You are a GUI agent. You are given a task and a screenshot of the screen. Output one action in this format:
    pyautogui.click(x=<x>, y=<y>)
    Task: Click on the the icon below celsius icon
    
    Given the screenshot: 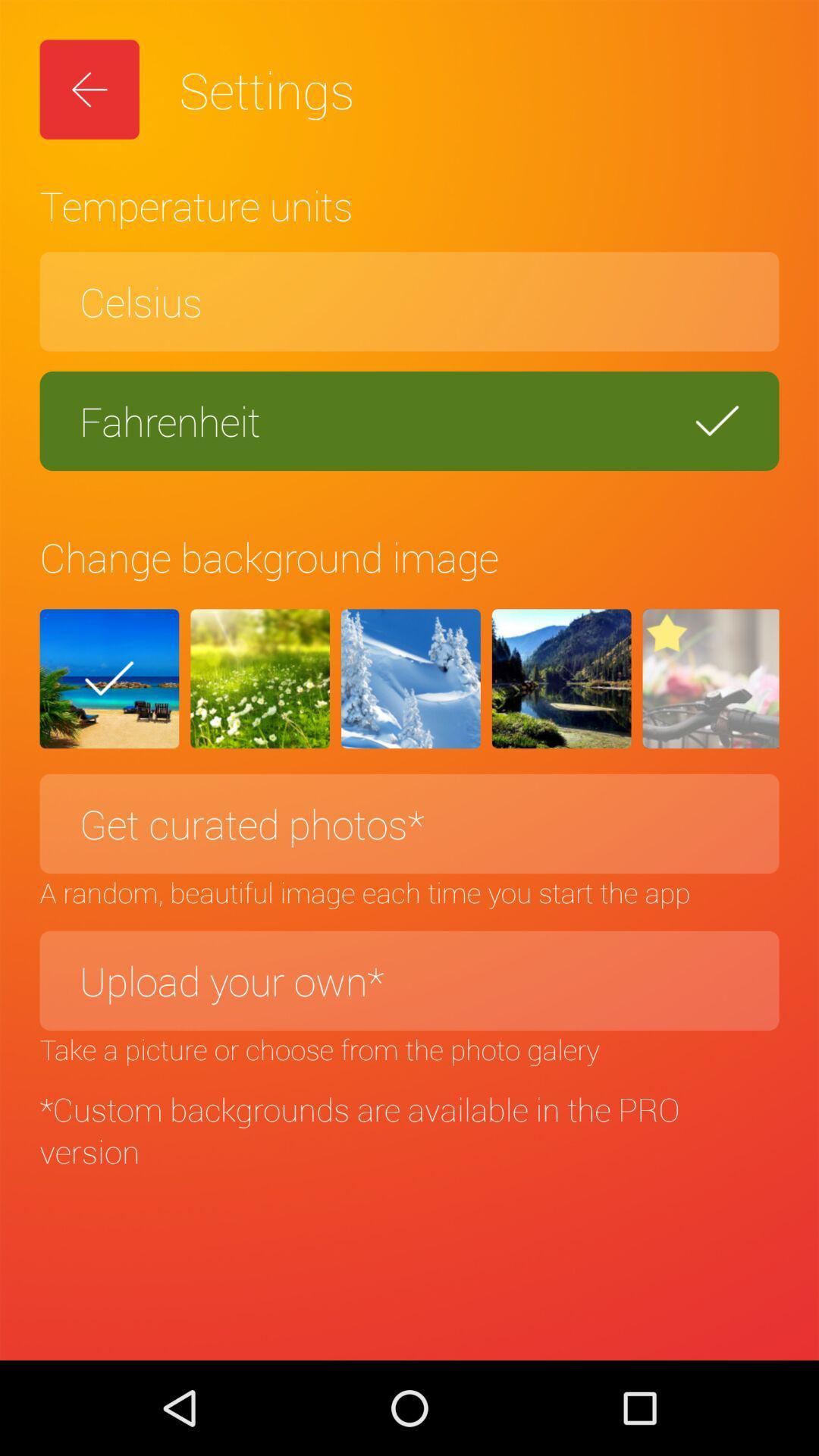 What is the action you would take?
    pyautogui.click(x=409, y=421)
    